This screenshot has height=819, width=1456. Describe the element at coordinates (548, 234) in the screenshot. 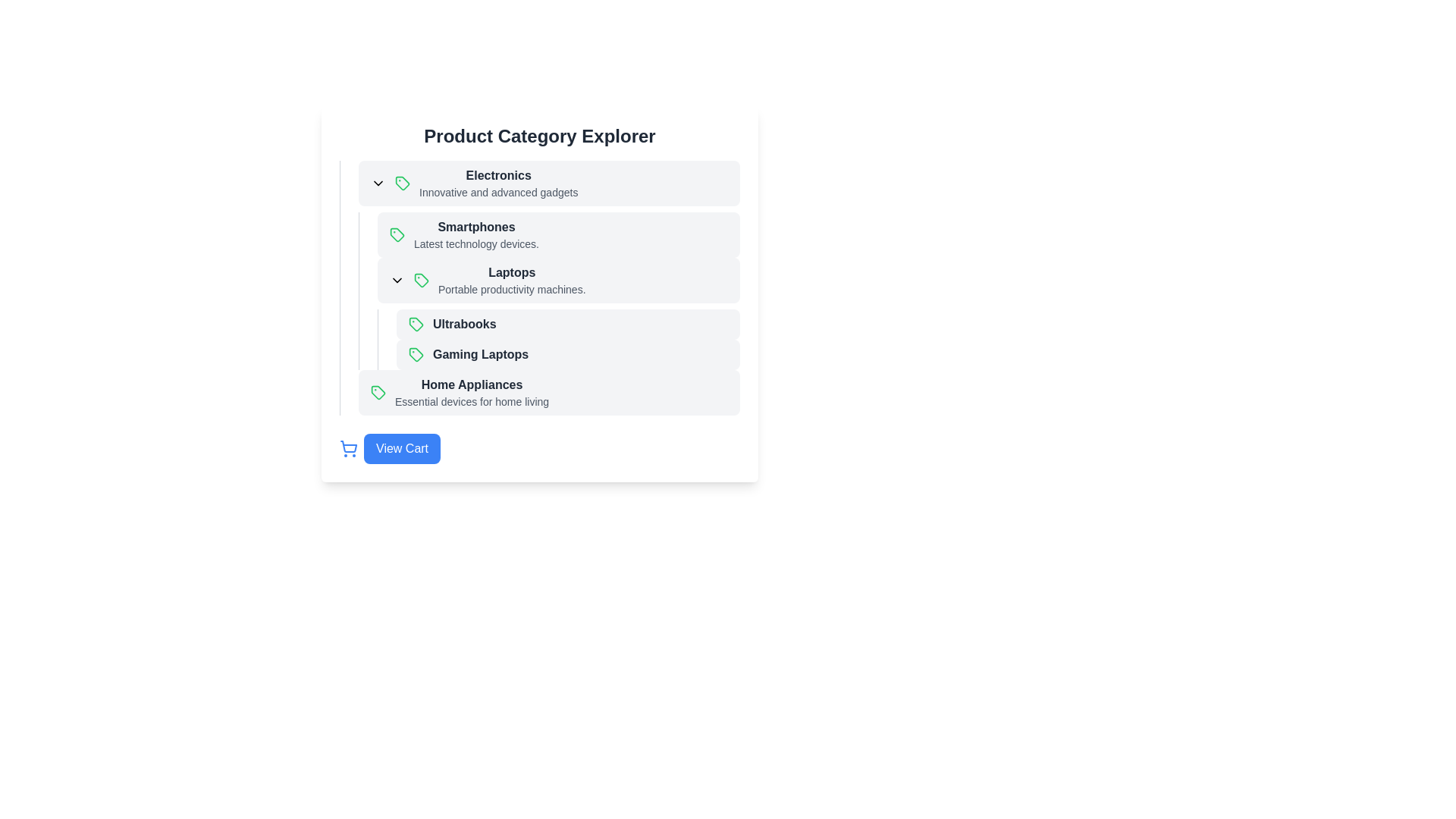

I see `the category entry titled 'Smartphones', which is the second item in the list below 'Electronics' and above 'Laptops'` at that location.